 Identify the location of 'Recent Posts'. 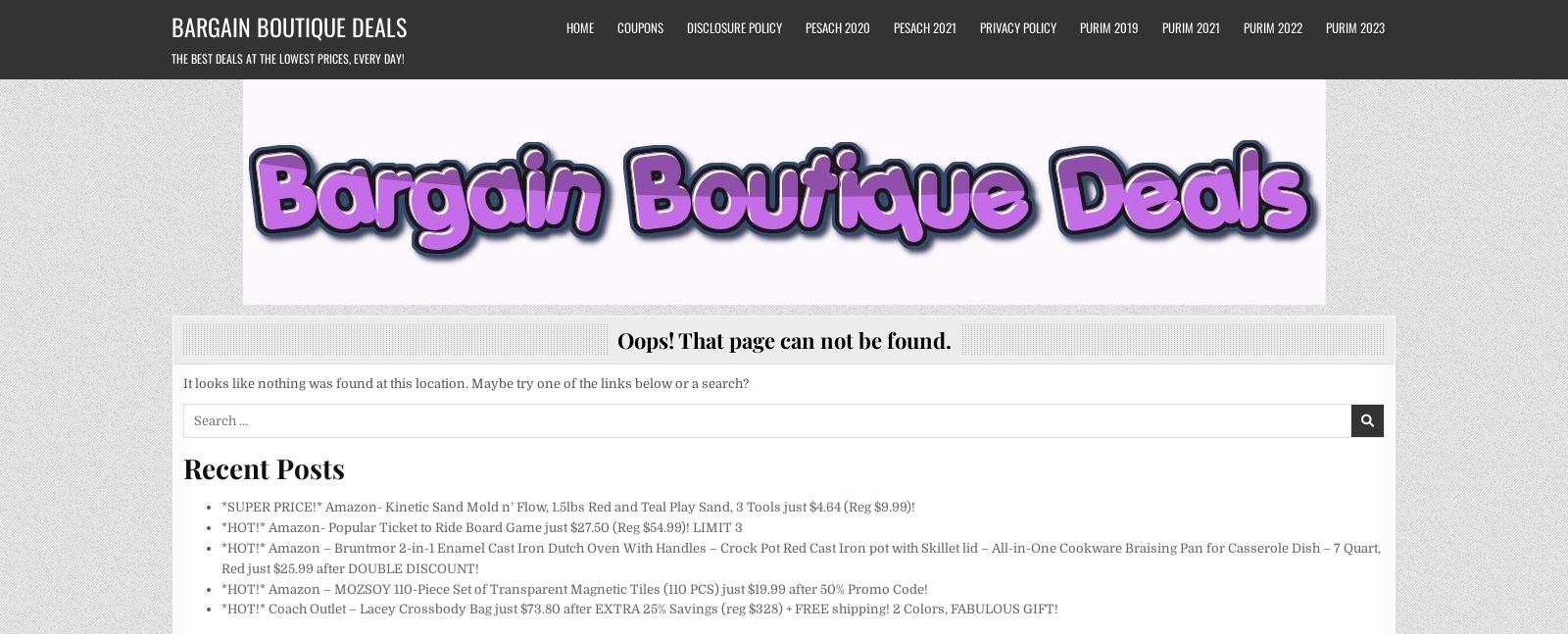
(264, 465).